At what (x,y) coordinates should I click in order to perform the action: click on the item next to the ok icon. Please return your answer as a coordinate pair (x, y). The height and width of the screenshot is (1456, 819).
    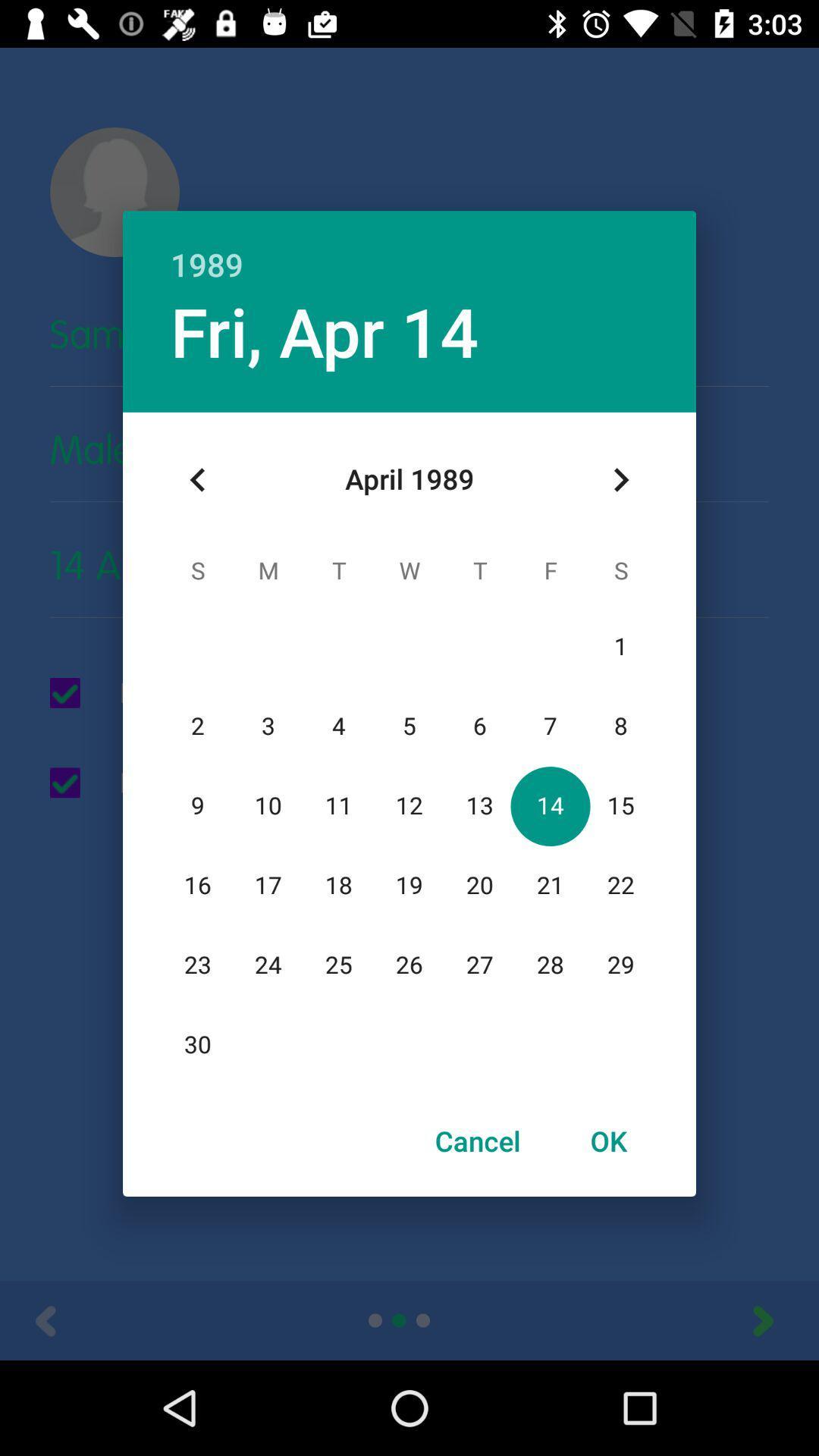
    Looking at the image, I should click on (478, 1141).